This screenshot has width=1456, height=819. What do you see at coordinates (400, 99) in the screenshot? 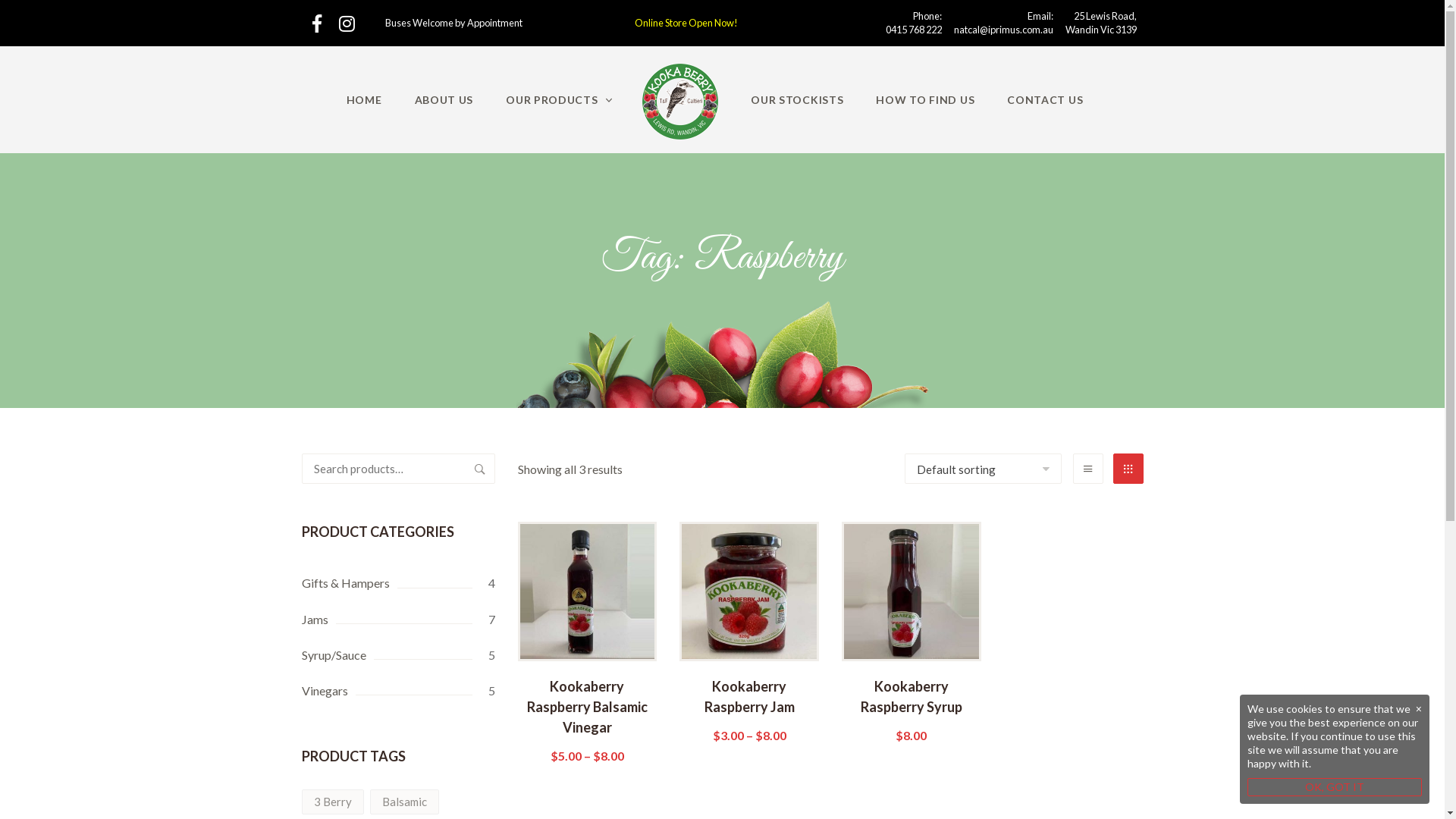
I see `'ABOUT US'` at bounding box center [400, 99].